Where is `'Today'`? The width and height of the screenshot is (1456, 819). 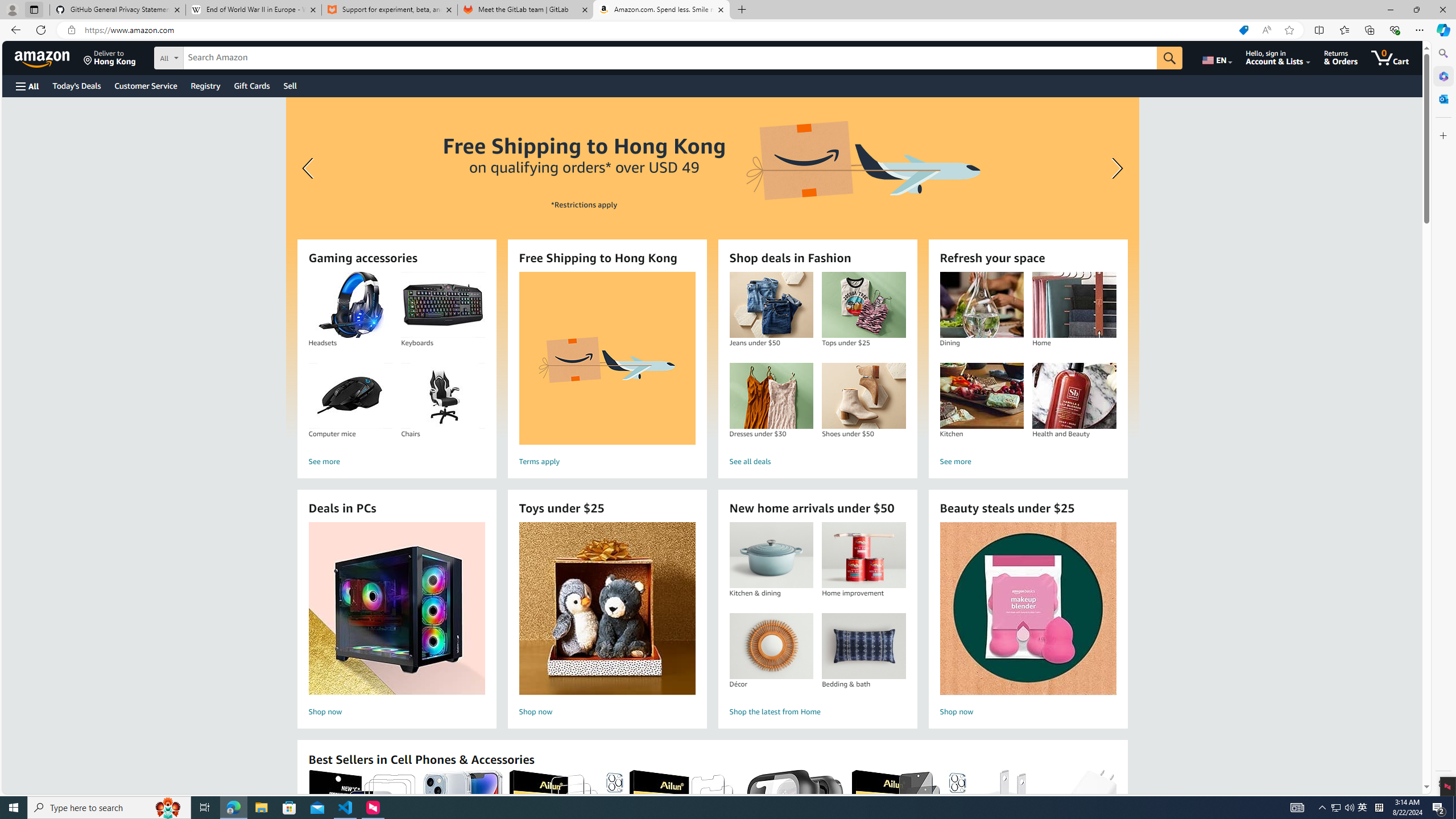 'Today' is located at coordinates (76, 85).